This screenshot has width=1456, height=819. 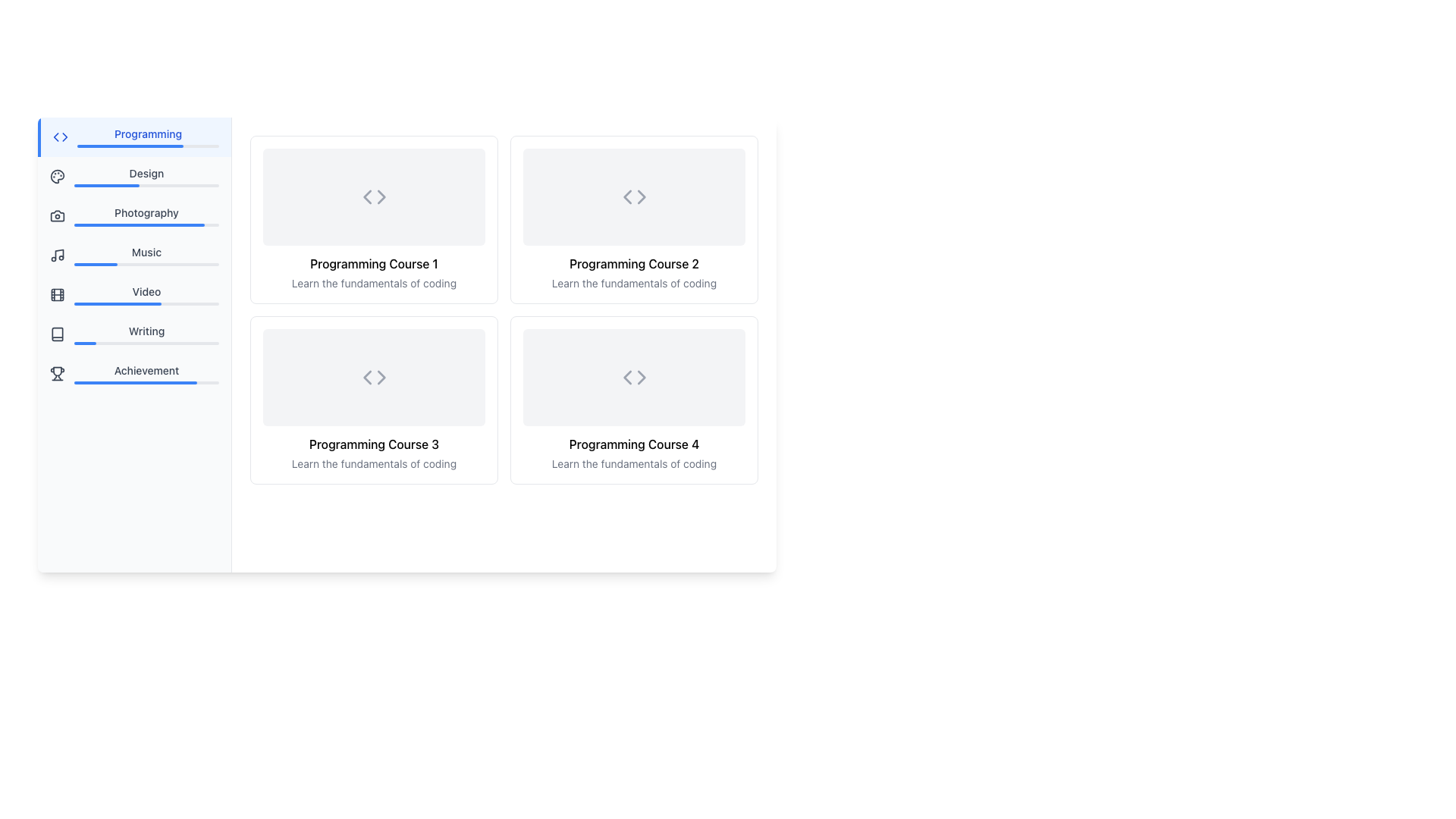 I want to click on the 'Programming' category label in the sidebar, so click(x=148, y=137).